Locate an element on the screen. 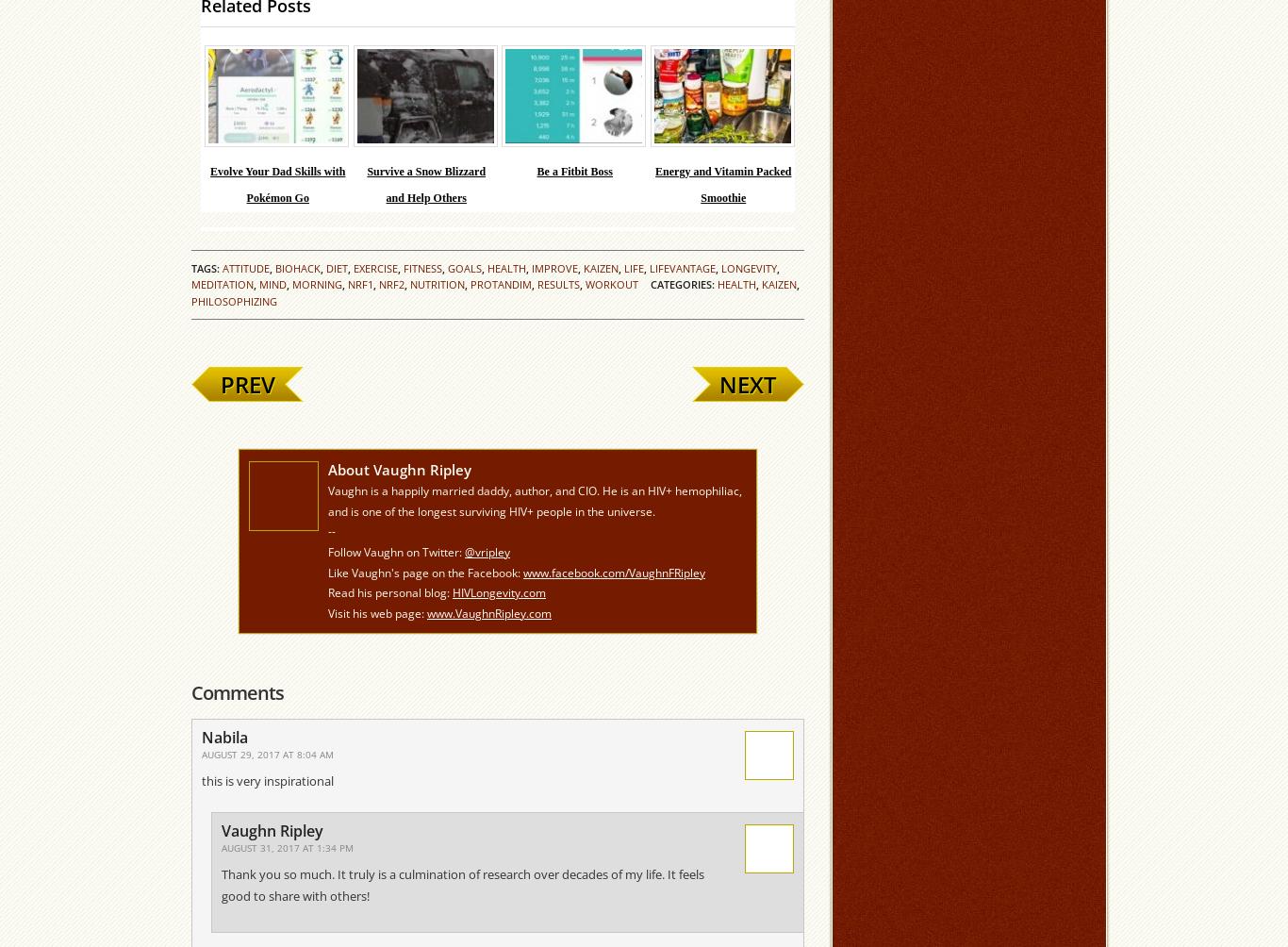 This screenshot has height=947, width=1288. 'nutrition' is located at coordinates (438, 284).